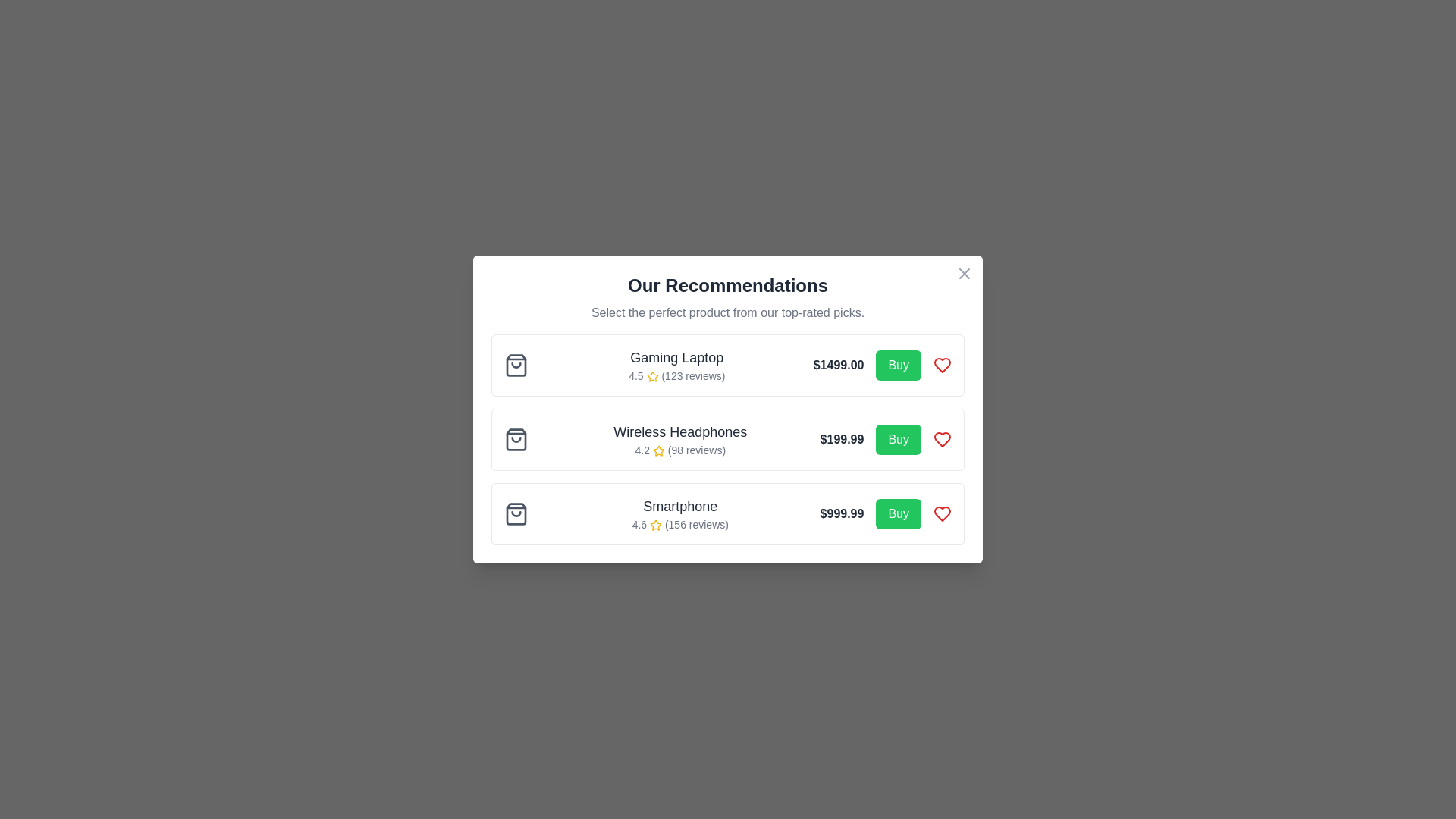 Image resolution: width=1456 pixels, height=819 pixels. I want to click on the star icon or text that displays the average rating and total number of reviews for the product 'Wireless Headphones', located in the second recommendation section, so click(679, 450).